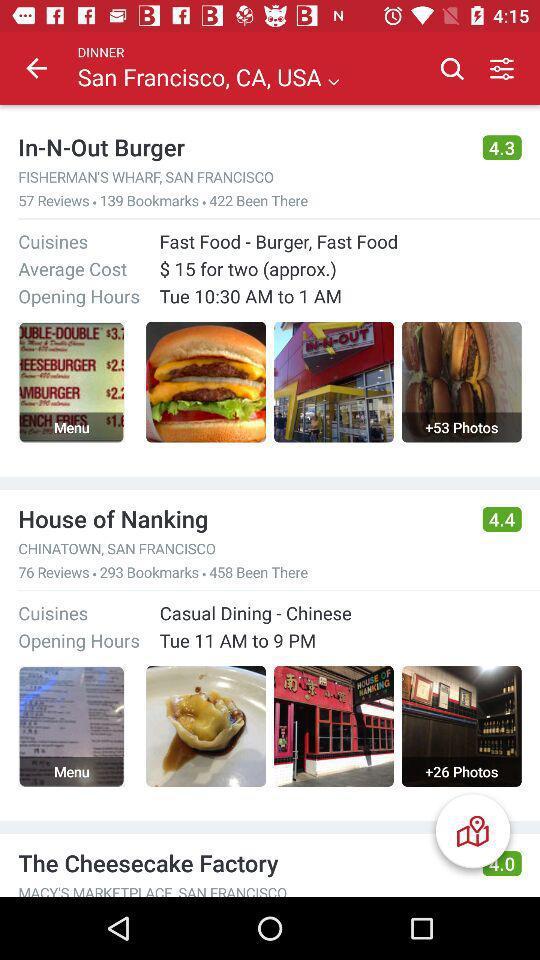  What do you see at coordinates (54, 572) in the screenshot?
I see `76 reviews item` at bounding box center [54, 572].